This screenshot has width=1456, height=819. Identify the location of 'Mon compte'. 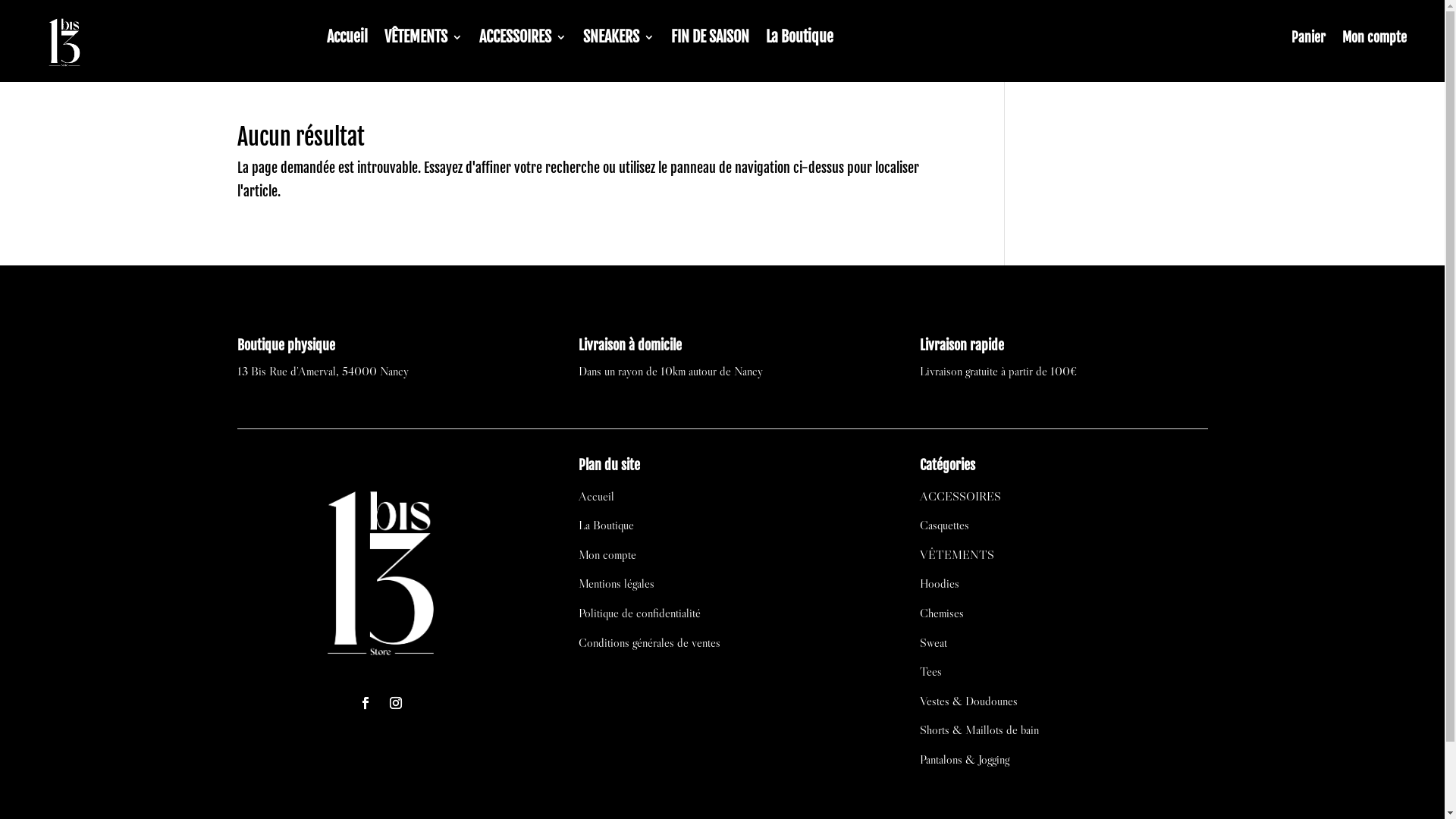
(607, 554).